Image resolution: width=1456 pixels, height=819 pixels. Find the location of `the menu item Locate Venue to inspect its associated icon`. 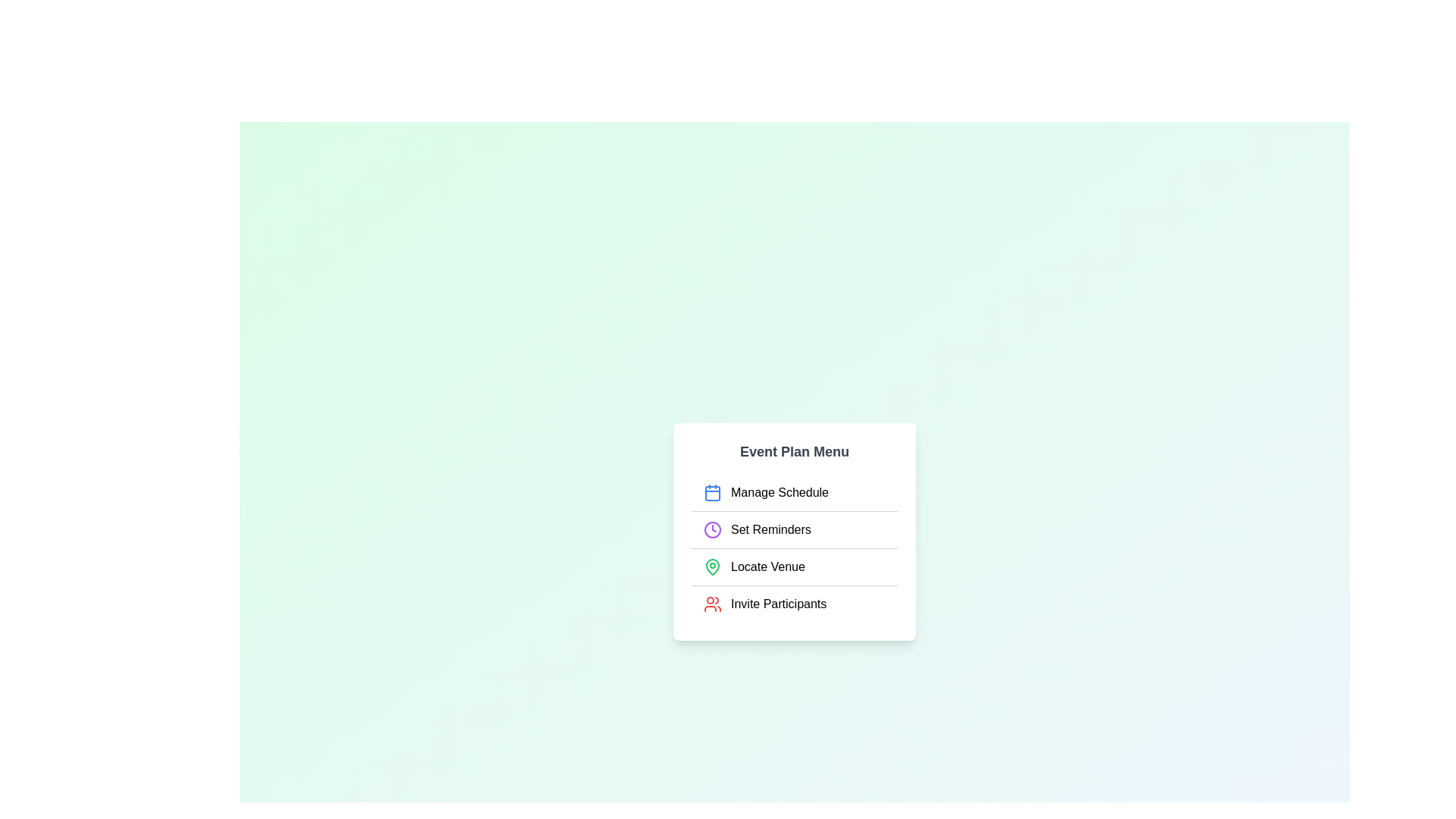

the menu item Locate Venue to inspect its associated icon is located at coordinates (712, 566).